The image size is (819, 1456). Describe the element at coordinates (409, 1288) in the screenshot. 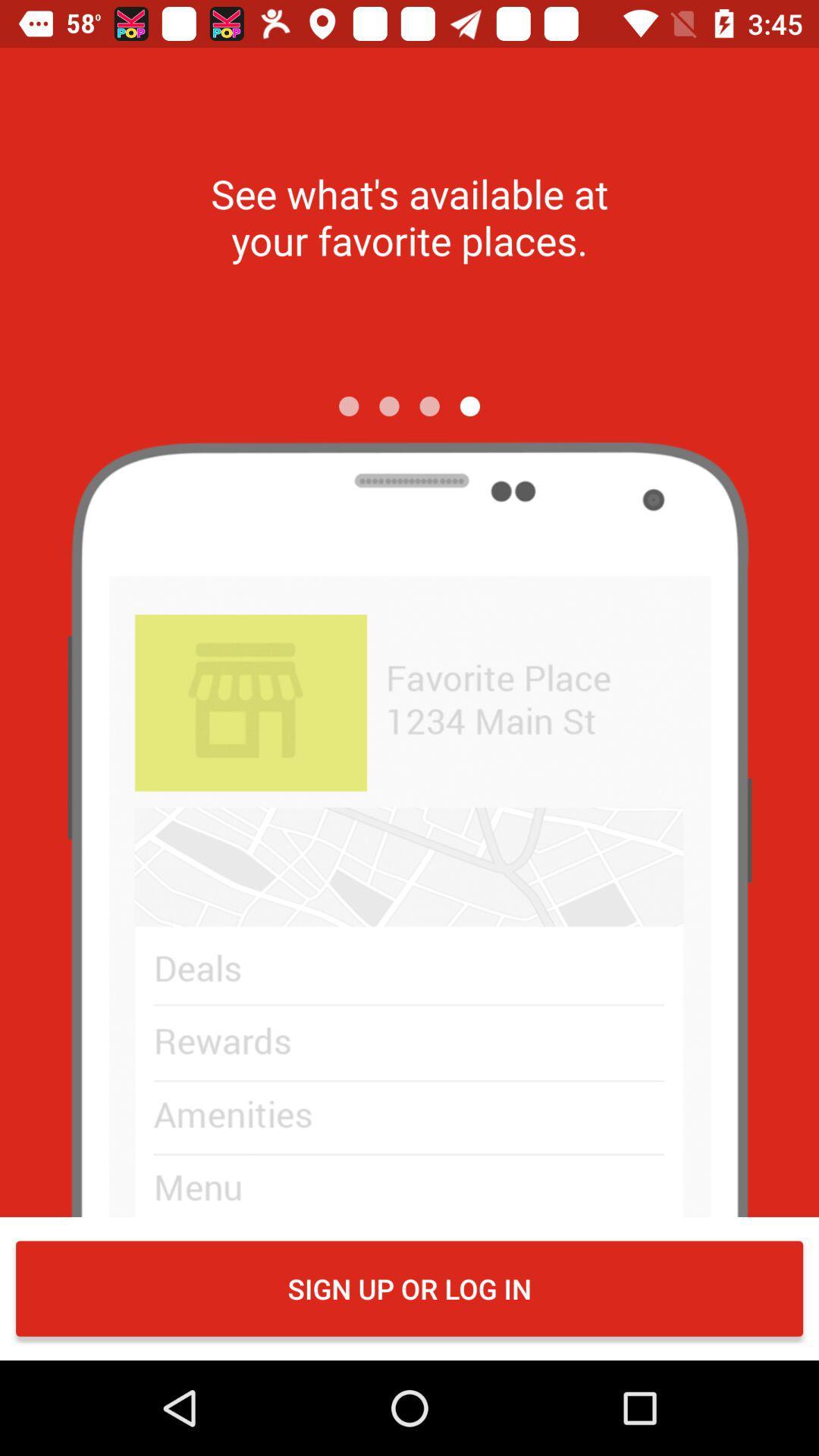

I see `the sign up or item` at that location.